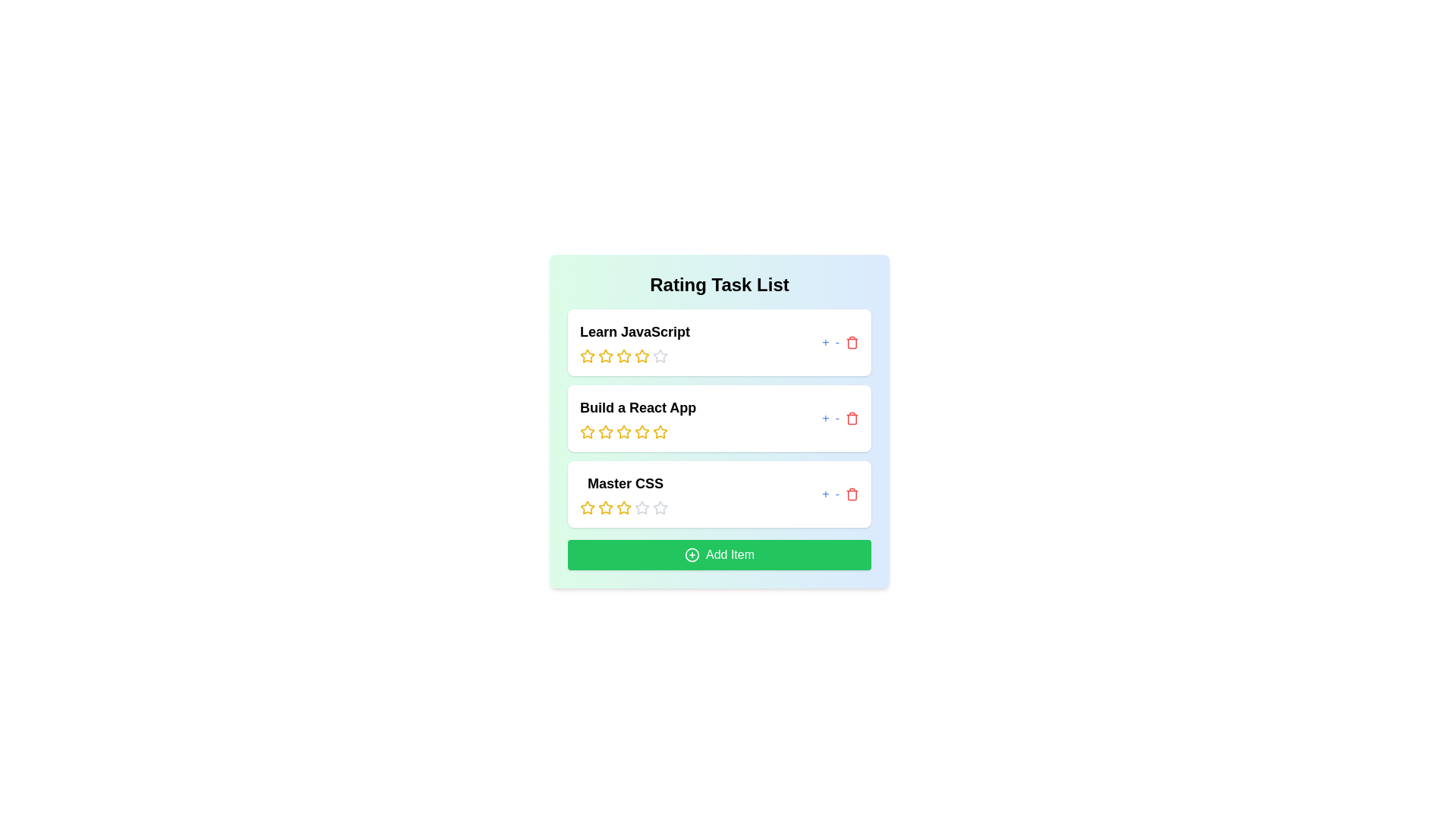 This screenshot has width=1456, height=819. Describe the element at coordinates (836, 494) in the screenshot. I see `'-' button next to the item titled 'Master CSS' to decrease its rating` at that location.